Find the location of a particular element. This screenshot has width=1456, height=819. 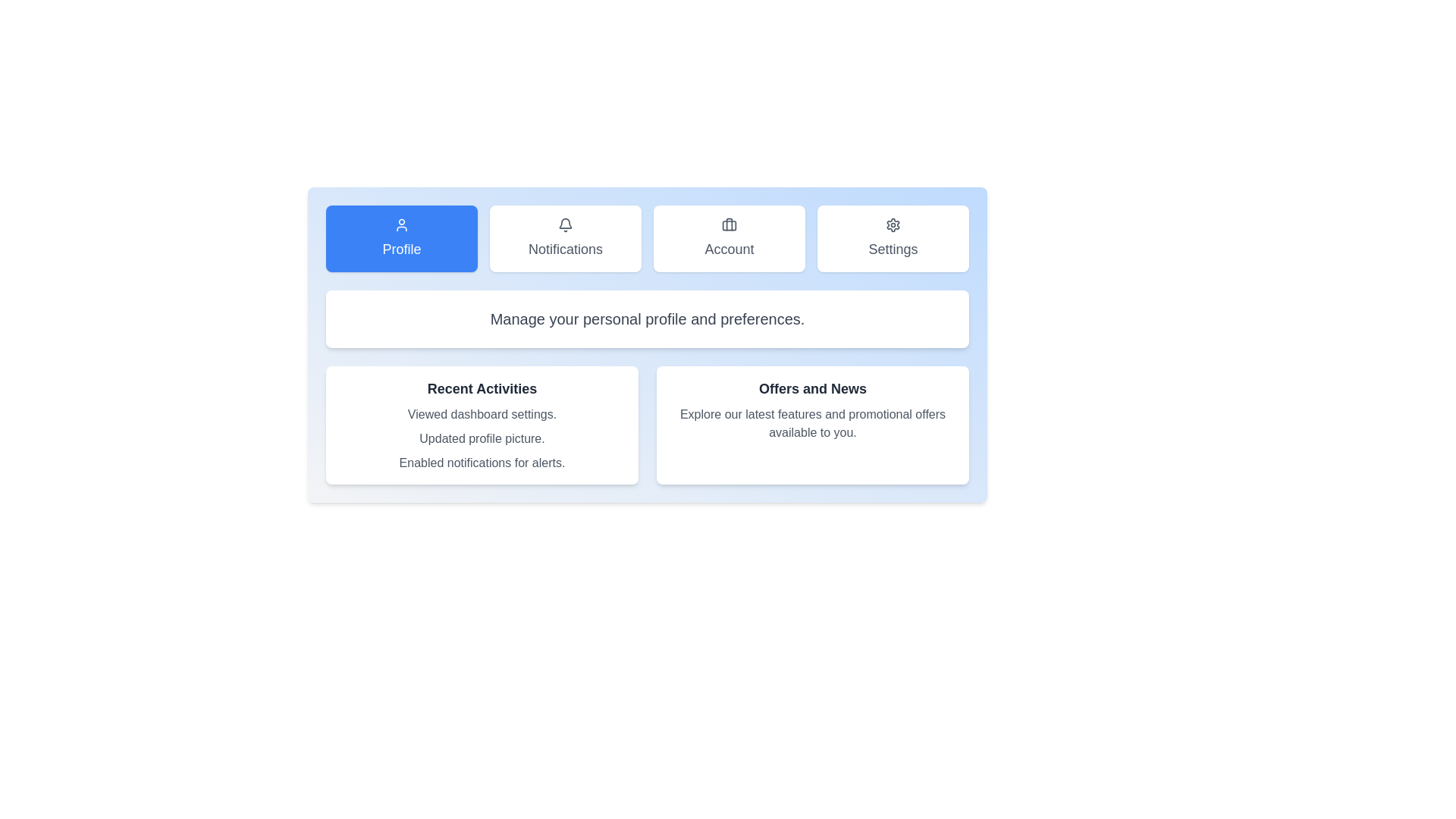

the notification bell icon, which is the second icon from the left in the top menu bar, representing notifications is located at coordinates (564, 223).